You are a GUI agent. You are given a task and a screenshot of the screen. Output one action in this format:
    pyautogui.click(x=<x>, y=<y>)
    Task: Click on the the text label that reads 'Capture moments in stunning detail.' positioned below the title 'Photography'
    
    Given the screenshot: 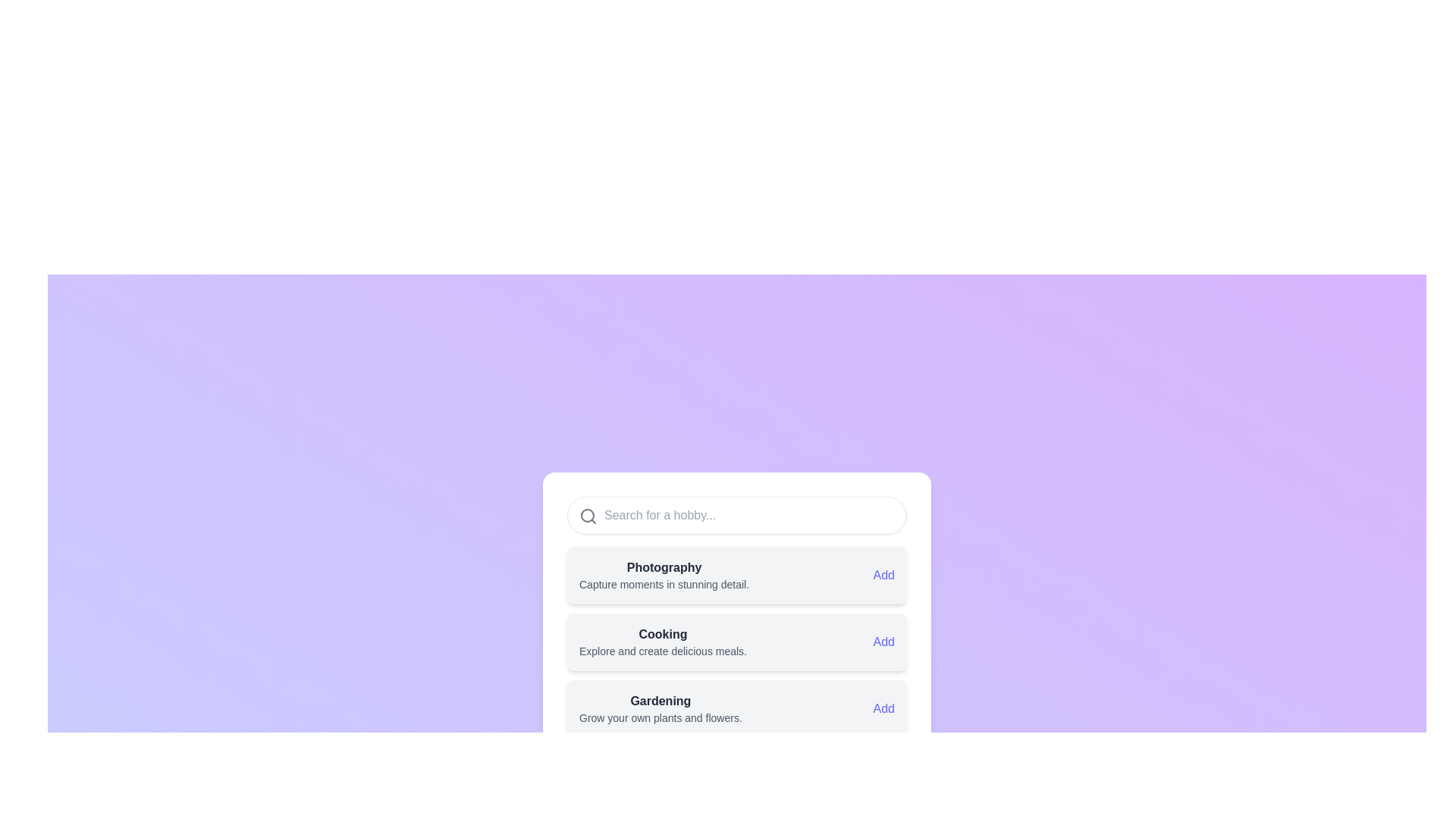 What is the action you would take?
    pyautogui.click(x=664, y=584)
    